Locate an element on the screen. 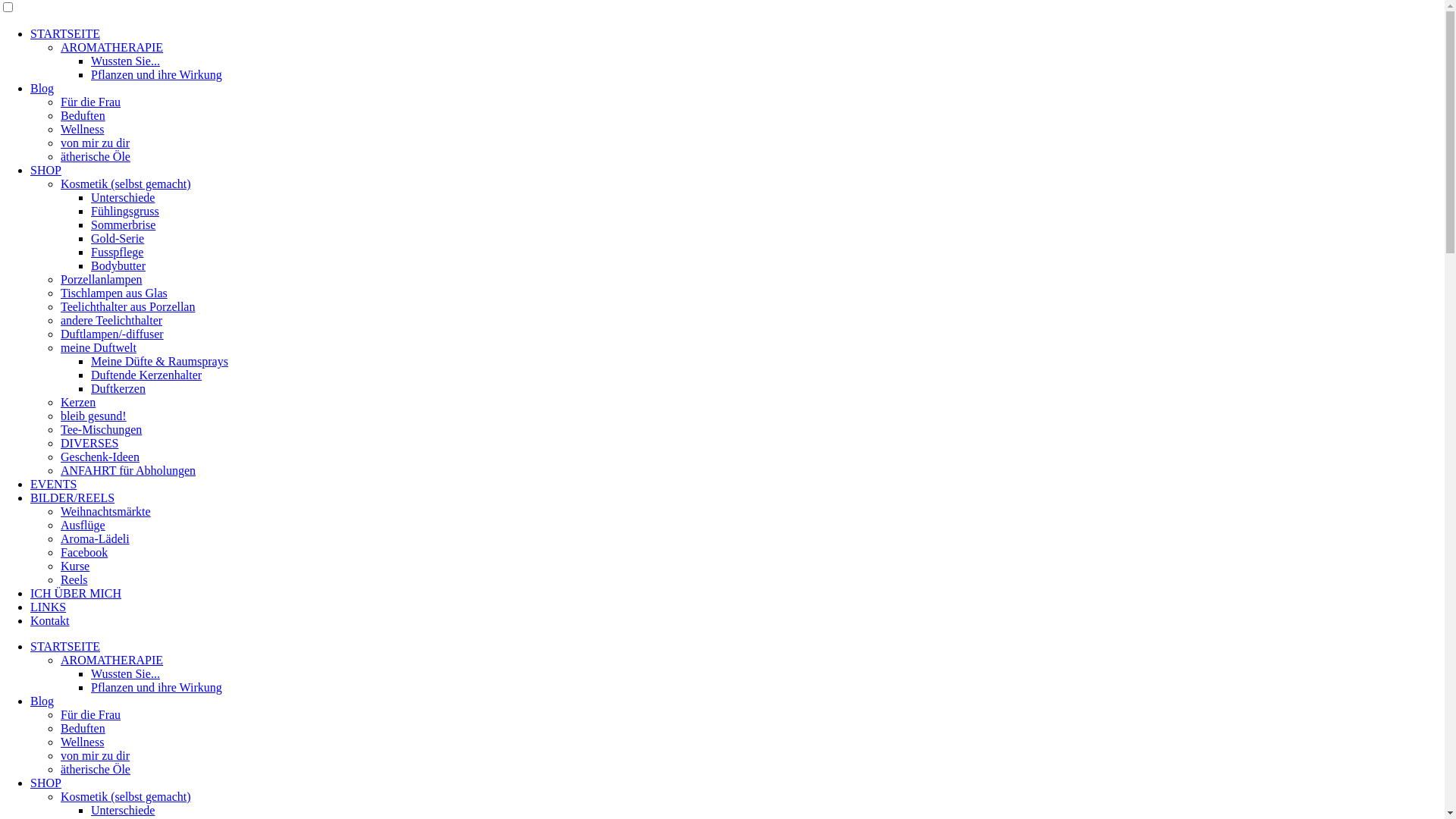  'Unterschiede' is located at coordinates (123, 809).